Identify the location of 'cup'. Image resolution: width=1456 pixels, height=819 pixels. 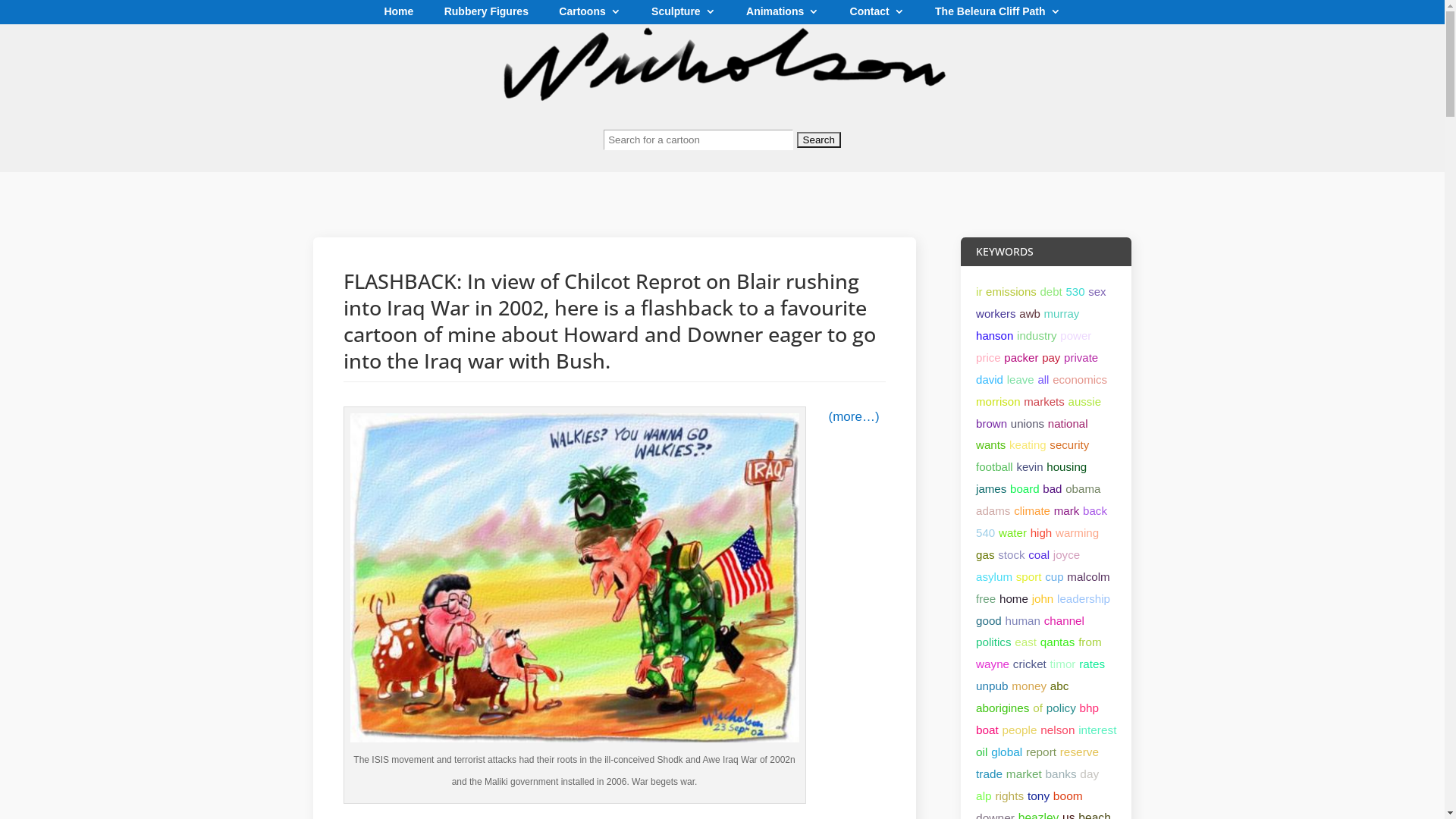
(1053, 576).